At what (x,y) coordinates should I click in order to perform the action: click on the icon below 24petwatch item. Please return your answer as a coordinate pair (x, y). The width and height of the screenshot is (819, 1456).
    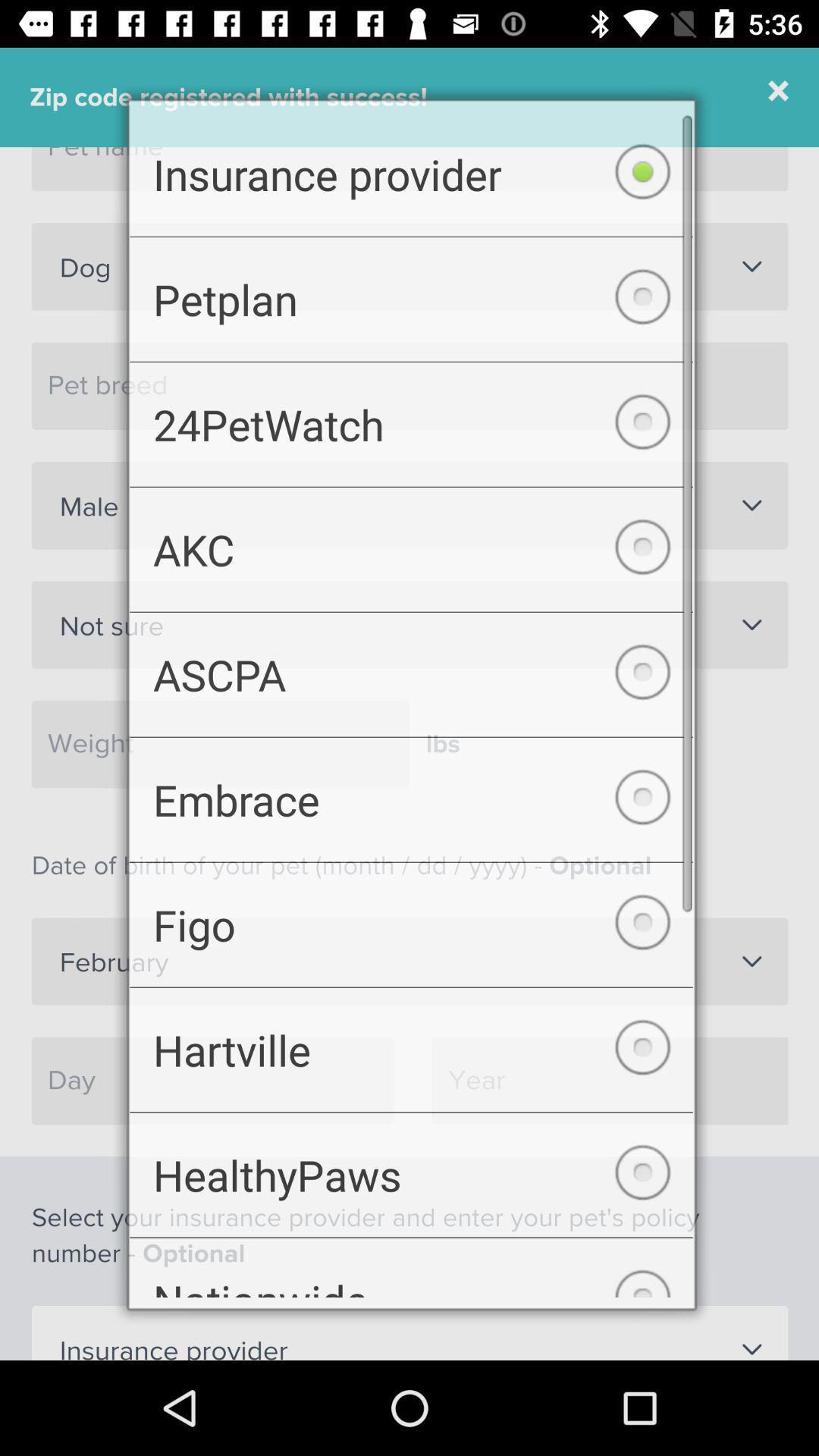
    Looking at the image, I should click on (411, 545).